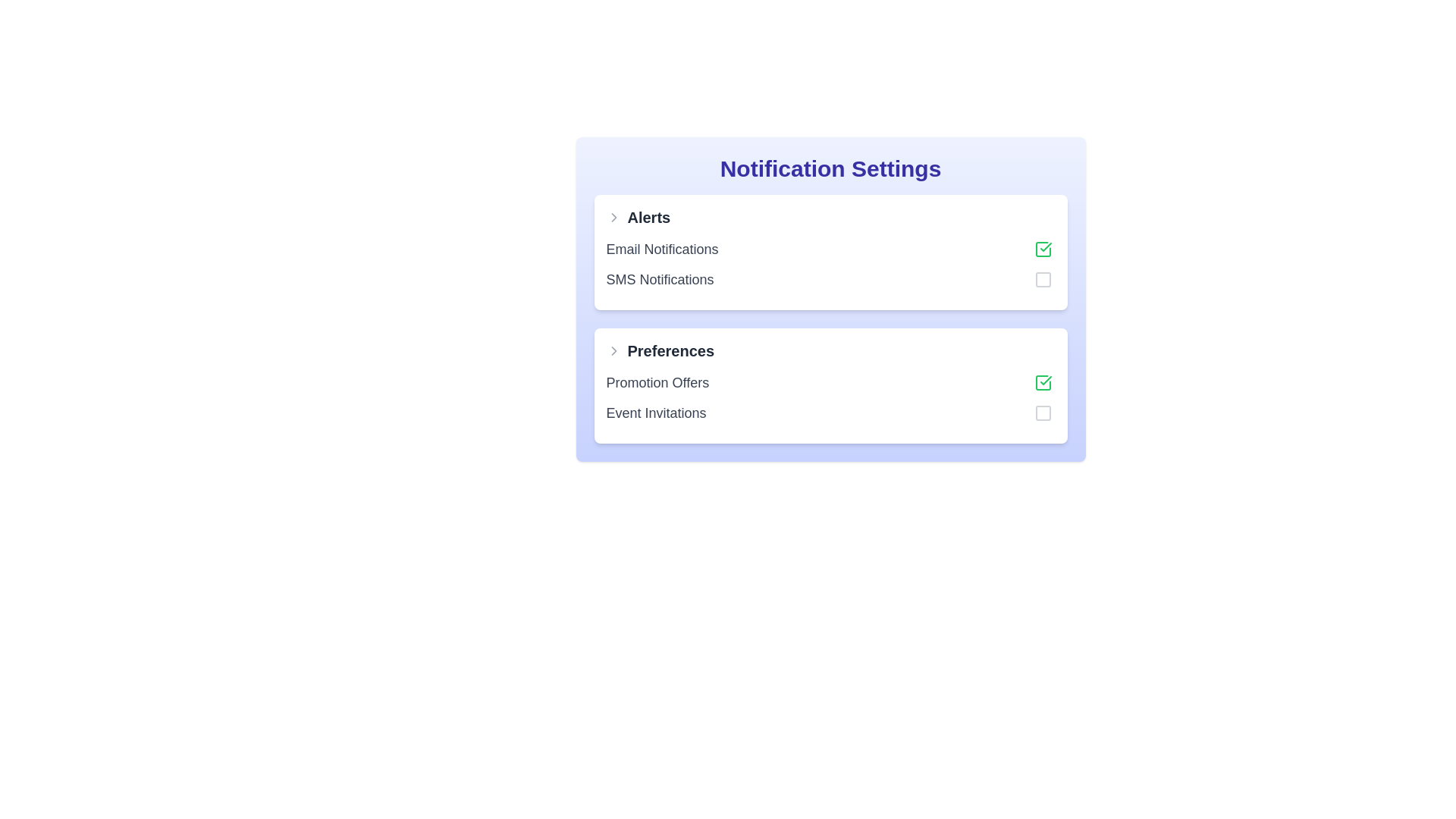  Describe the element at coordinates (662, 248) in the screenshot. I see `the text label displaying 'Email Notifications' in a large gray font, located in the 'Alerts' section of the 'Notification Settings' interface` at that location.